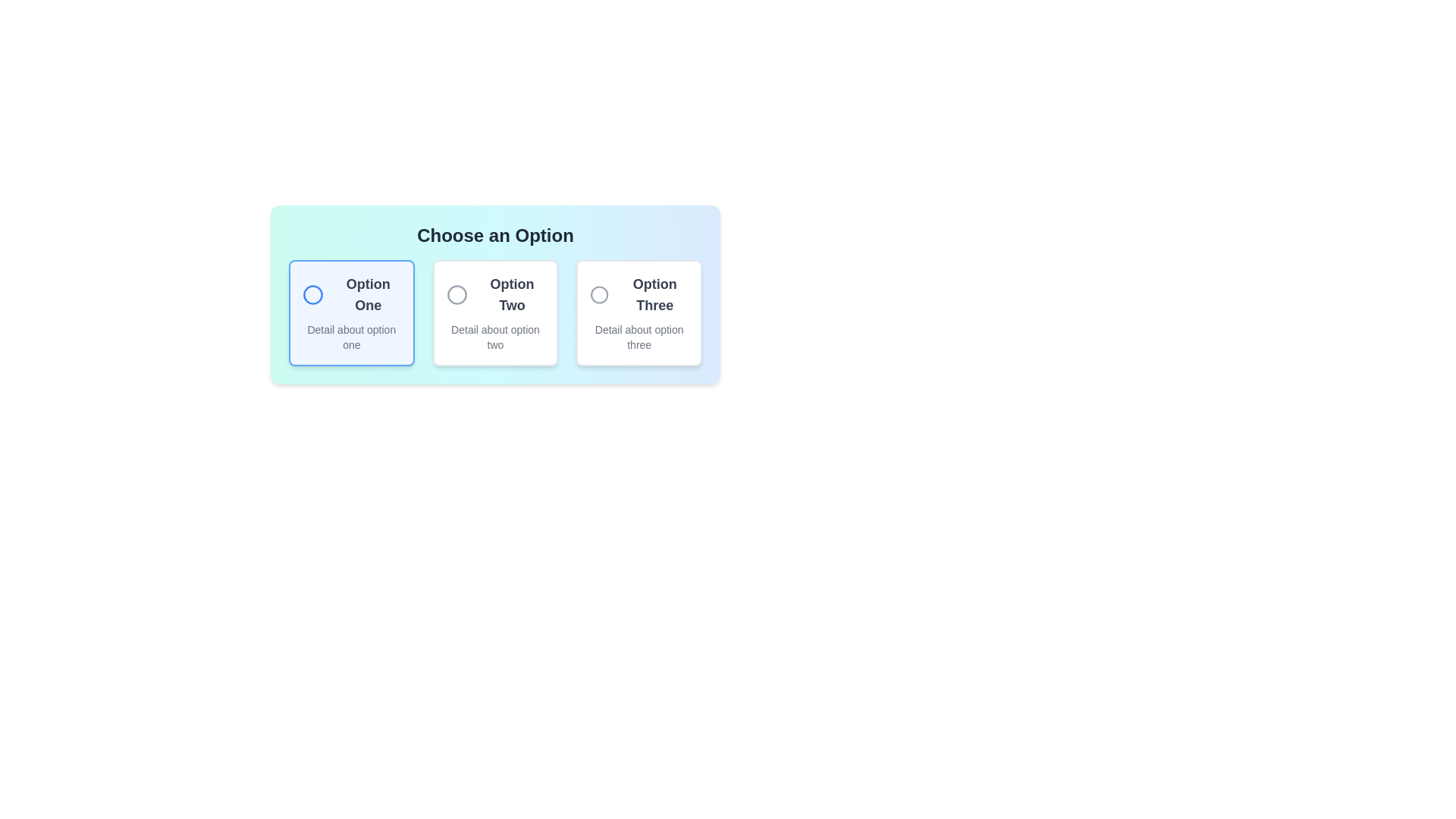 The image size is (1456, 819). I want to click on the text area containing 'Detail about option one' which is styled in gray and positioned below the 'Option One' label in the first card of the three-option selection group, so click(350, 336).